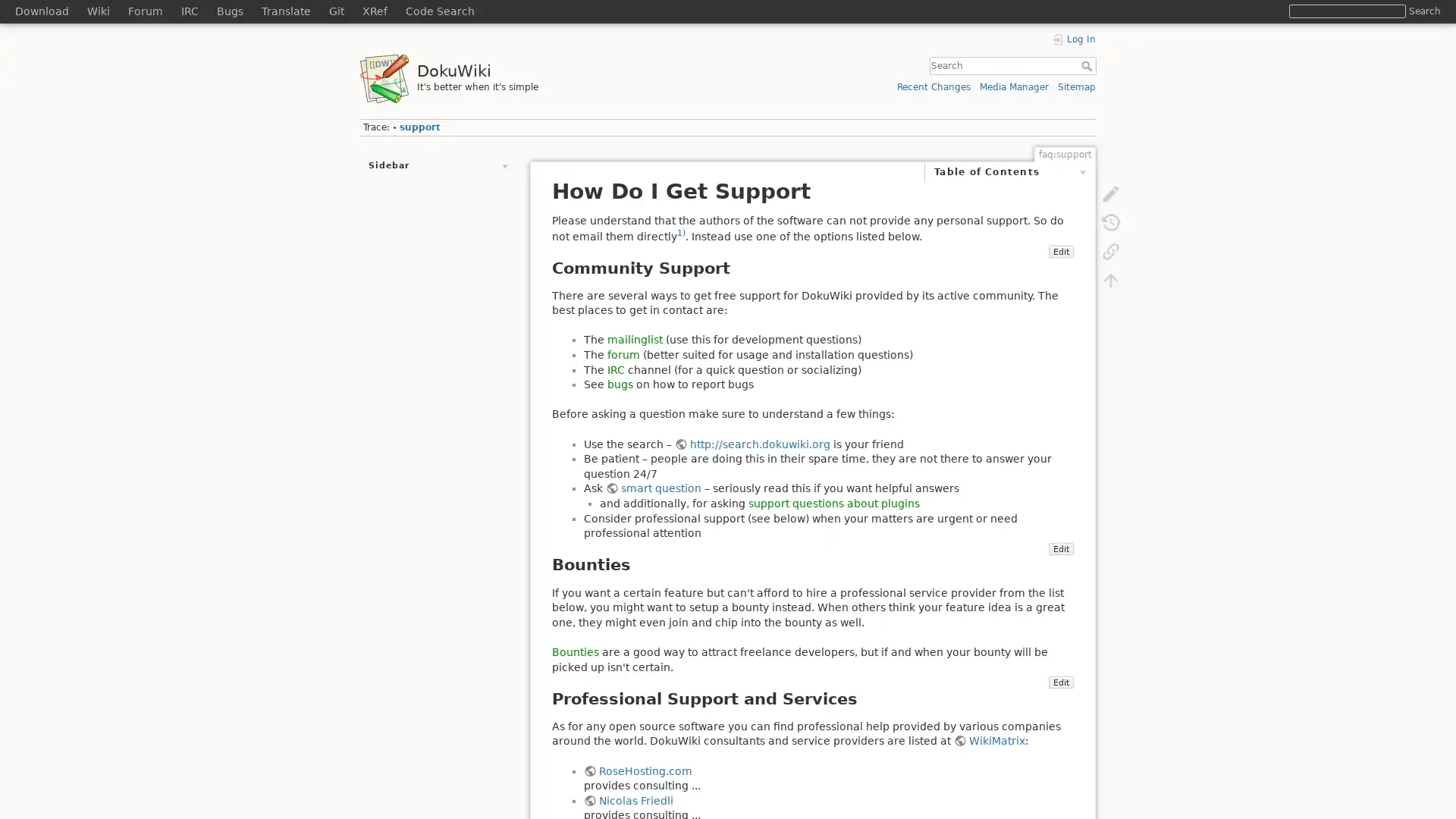 The image size is (1456, 819). I want to click on Edit, so click(1059, 563).